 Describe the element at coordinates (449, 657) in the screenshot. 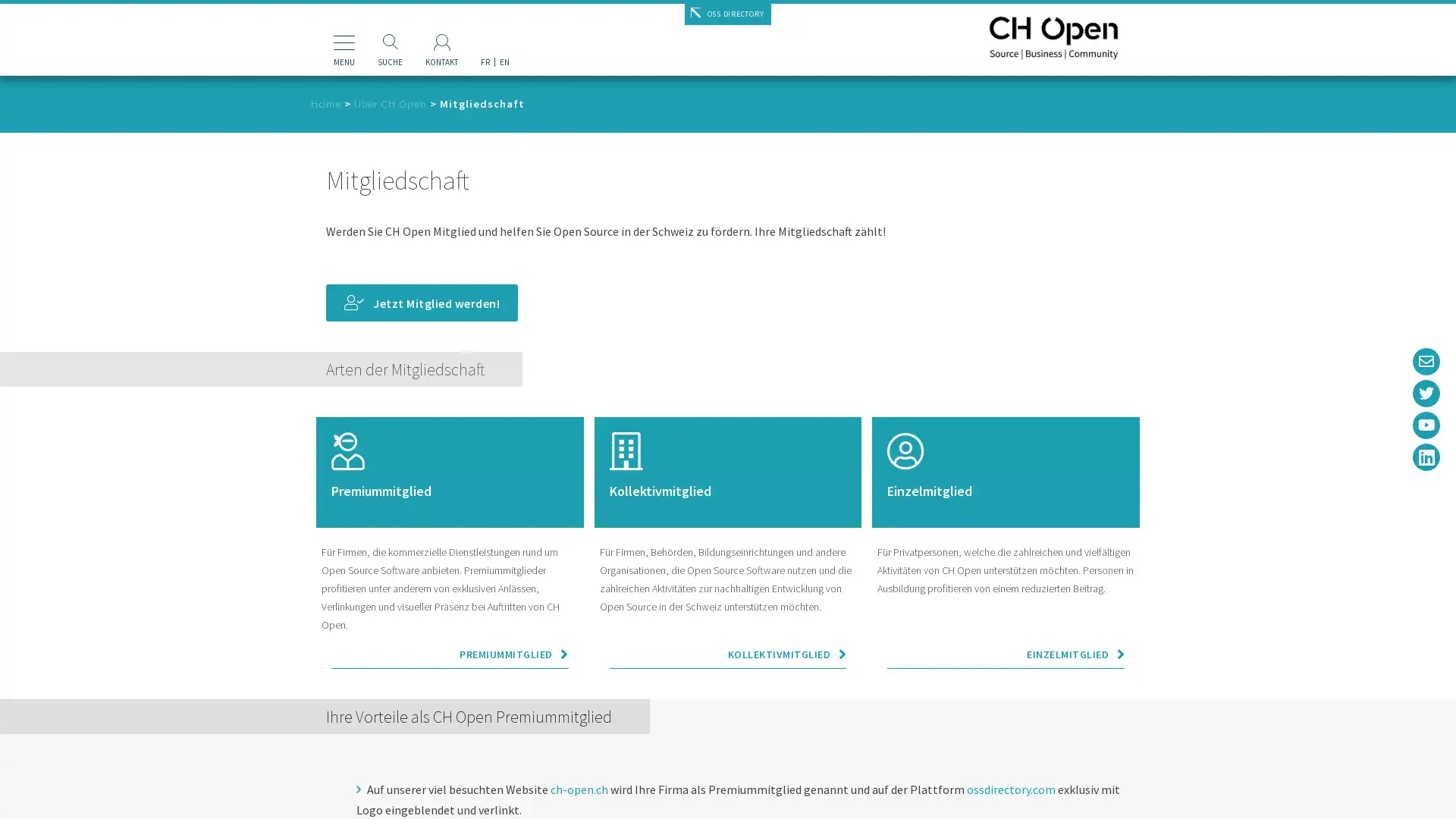

I see `PREMIUMMITGLIED` at that location.